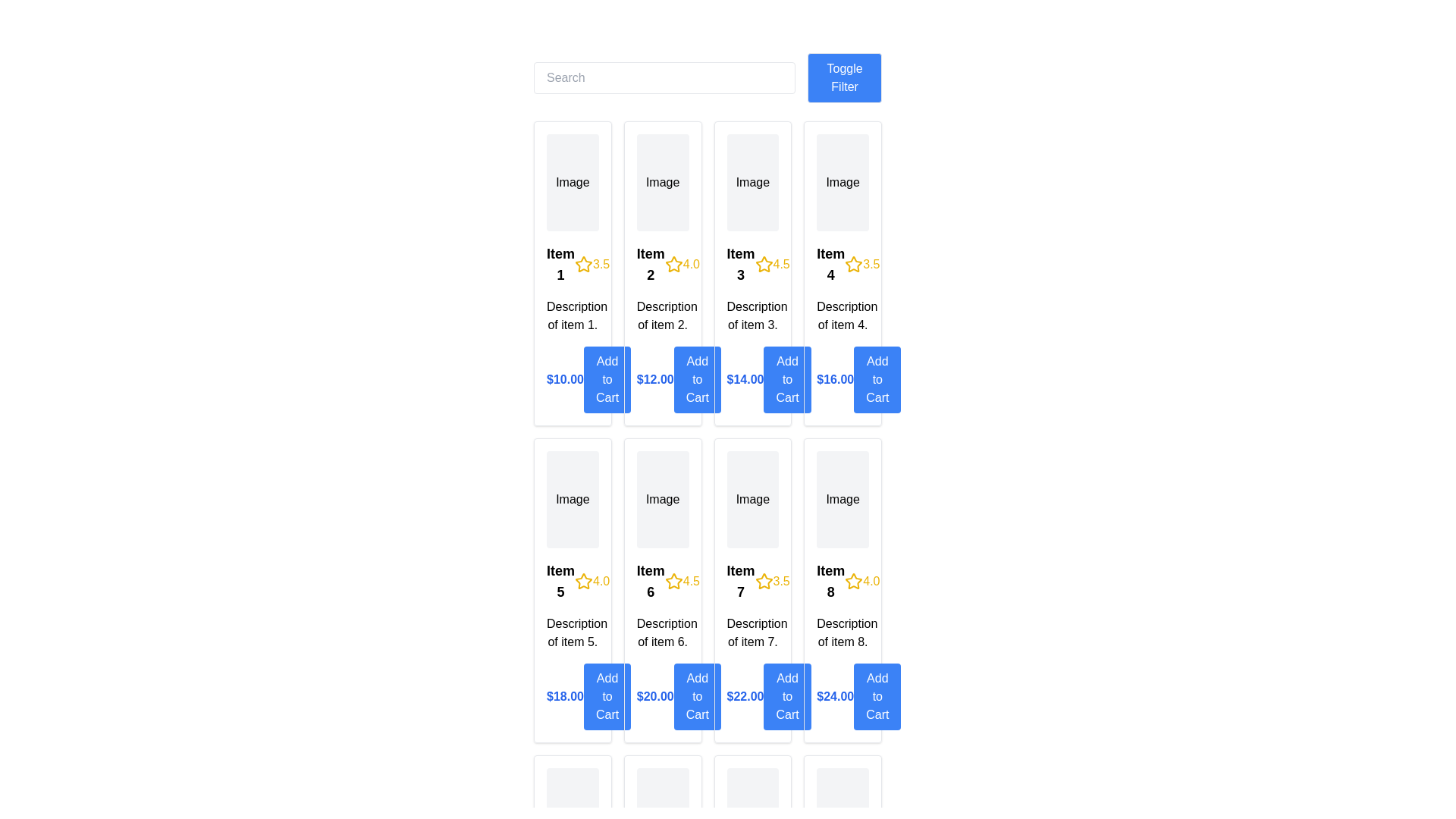 This screenshot has height=819, width=1456. Describe the element at coordinates (673, 580) in the screenshot. I see `fourth star icon in the rating section of 'Item 6', which is outlined in yellow with no fill` at that location.